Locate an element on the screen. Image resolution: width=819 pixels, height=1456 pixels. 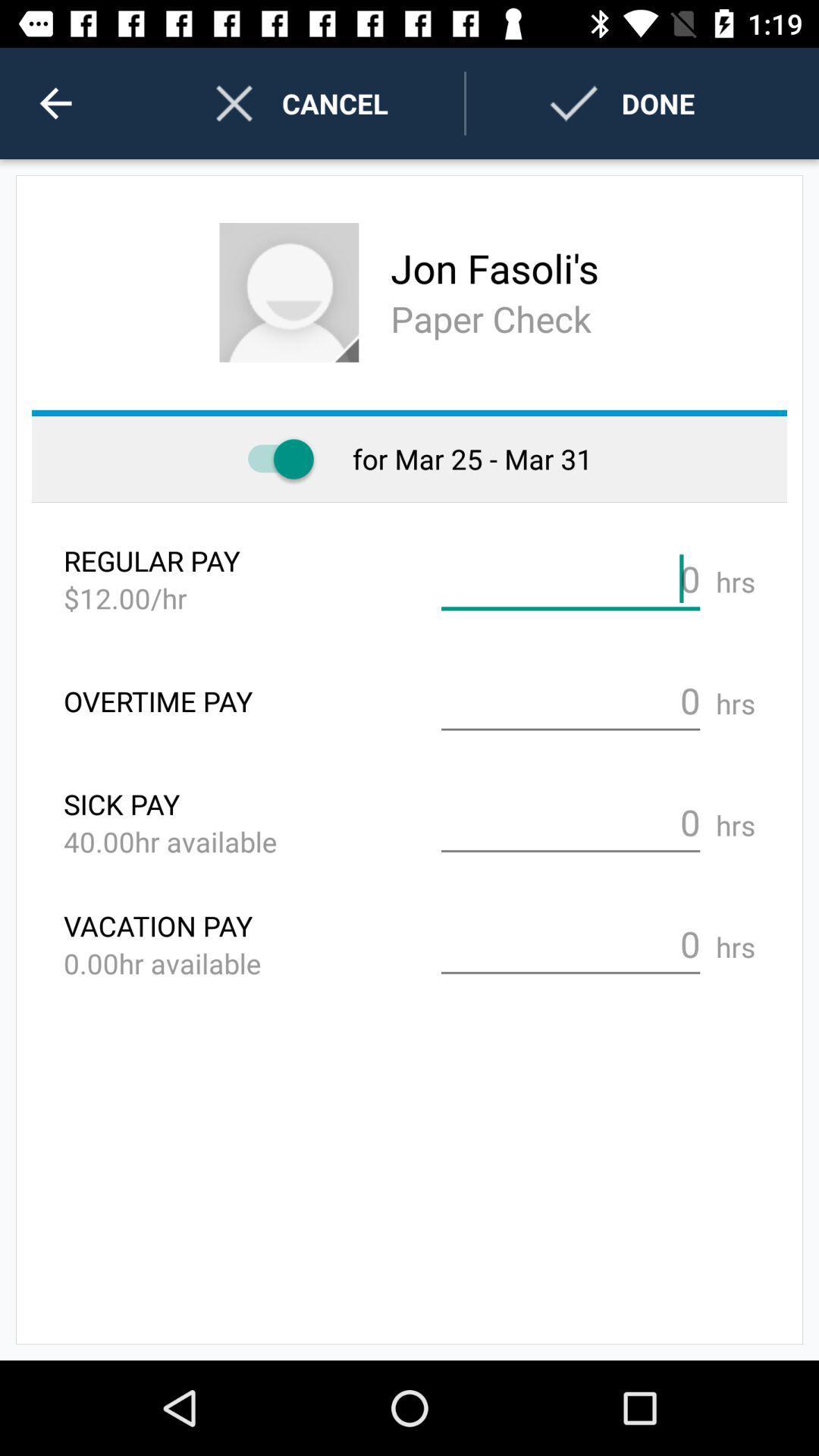
opens entry box for sick pay hours is located at coordinates (570, 822).